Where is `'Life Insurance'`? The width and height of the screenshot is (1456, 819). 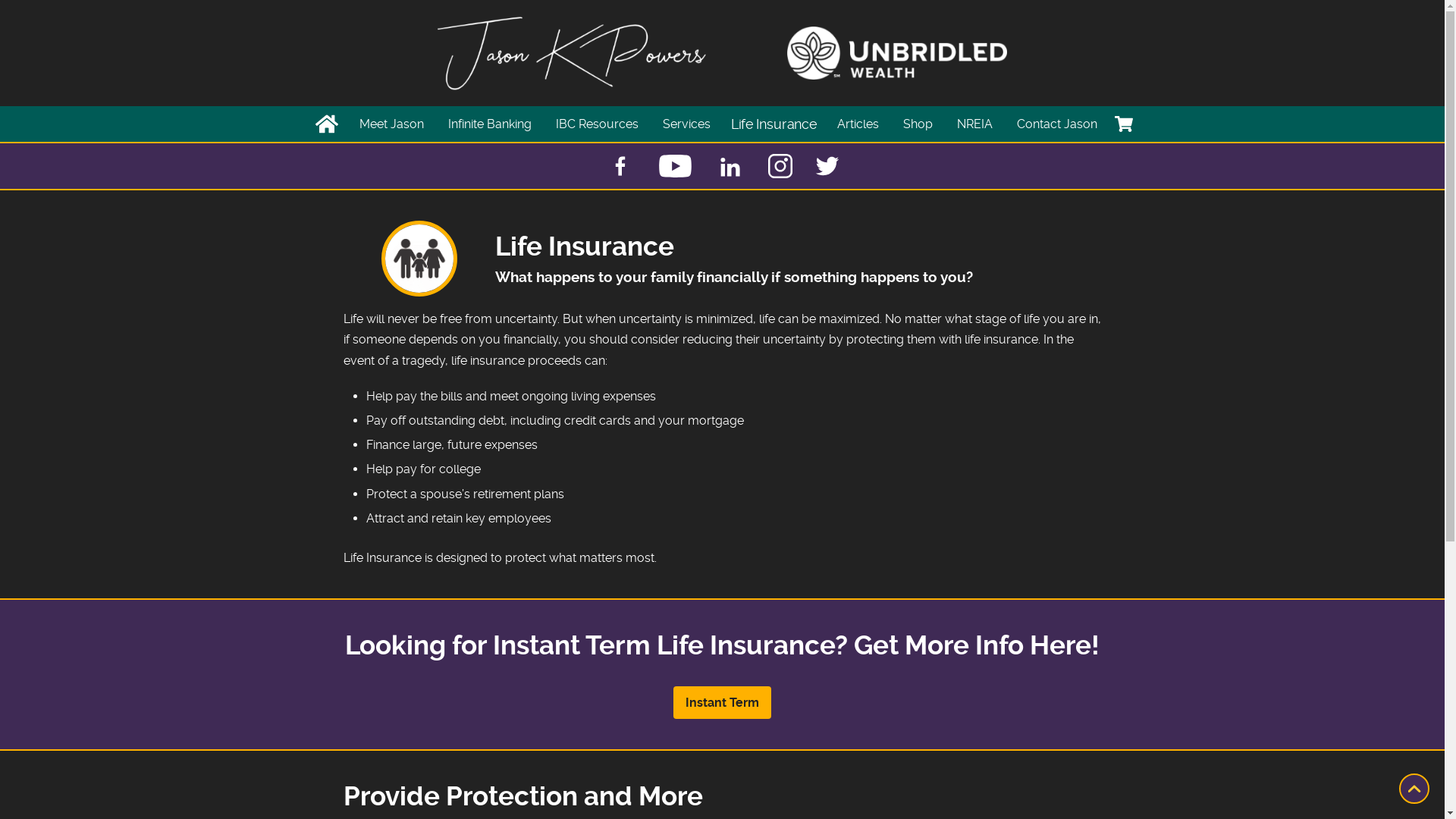
'Life Insurance' is located at coordinates (768, 121).